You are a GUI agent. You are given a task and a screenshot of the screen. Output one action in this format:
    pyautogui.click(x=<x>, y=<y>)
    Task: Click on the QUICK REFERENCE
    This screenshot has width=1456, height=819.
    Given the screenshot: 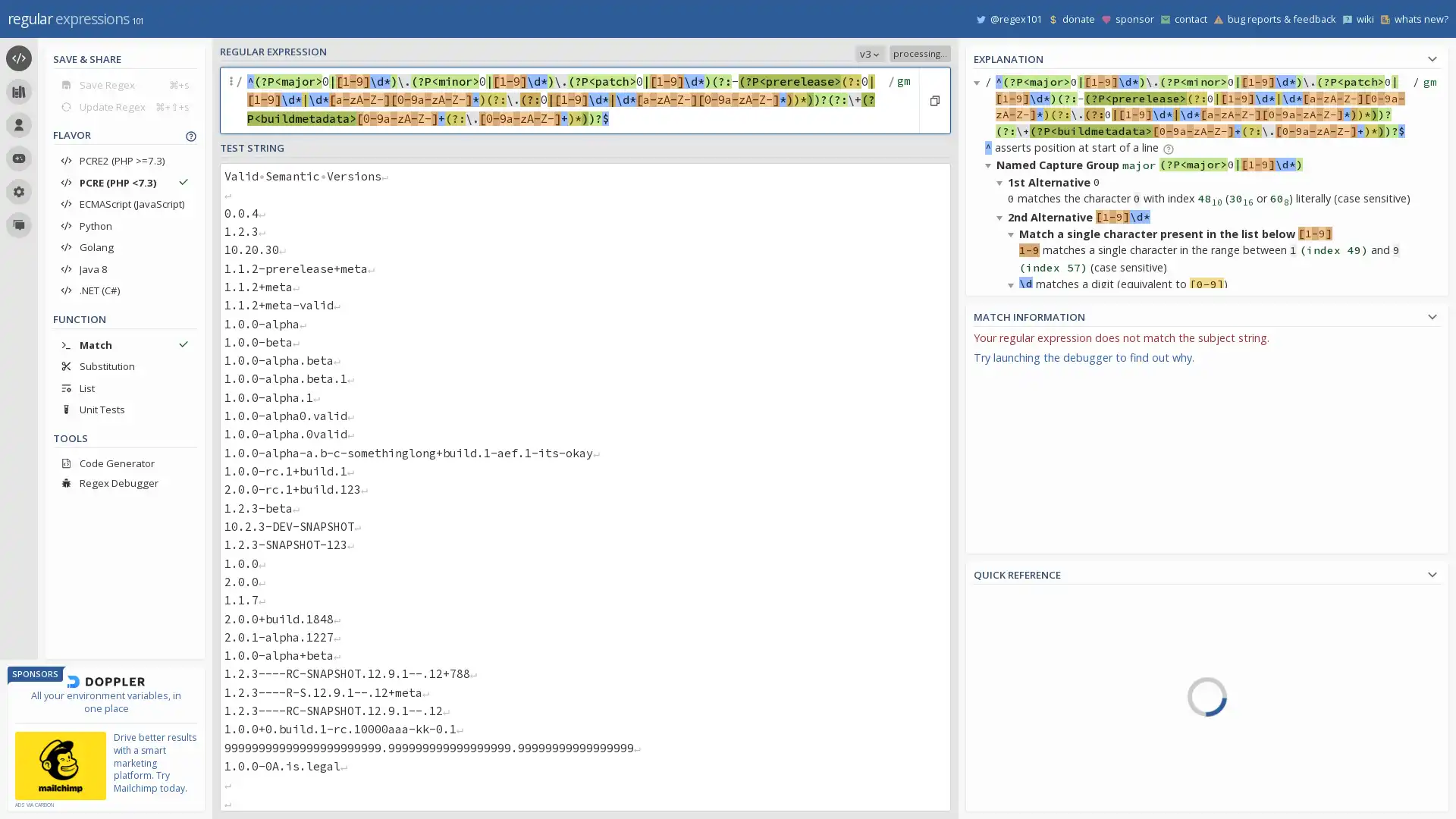 What is the action you would take?
    pyautogui.click(x=1207, y=573)
    